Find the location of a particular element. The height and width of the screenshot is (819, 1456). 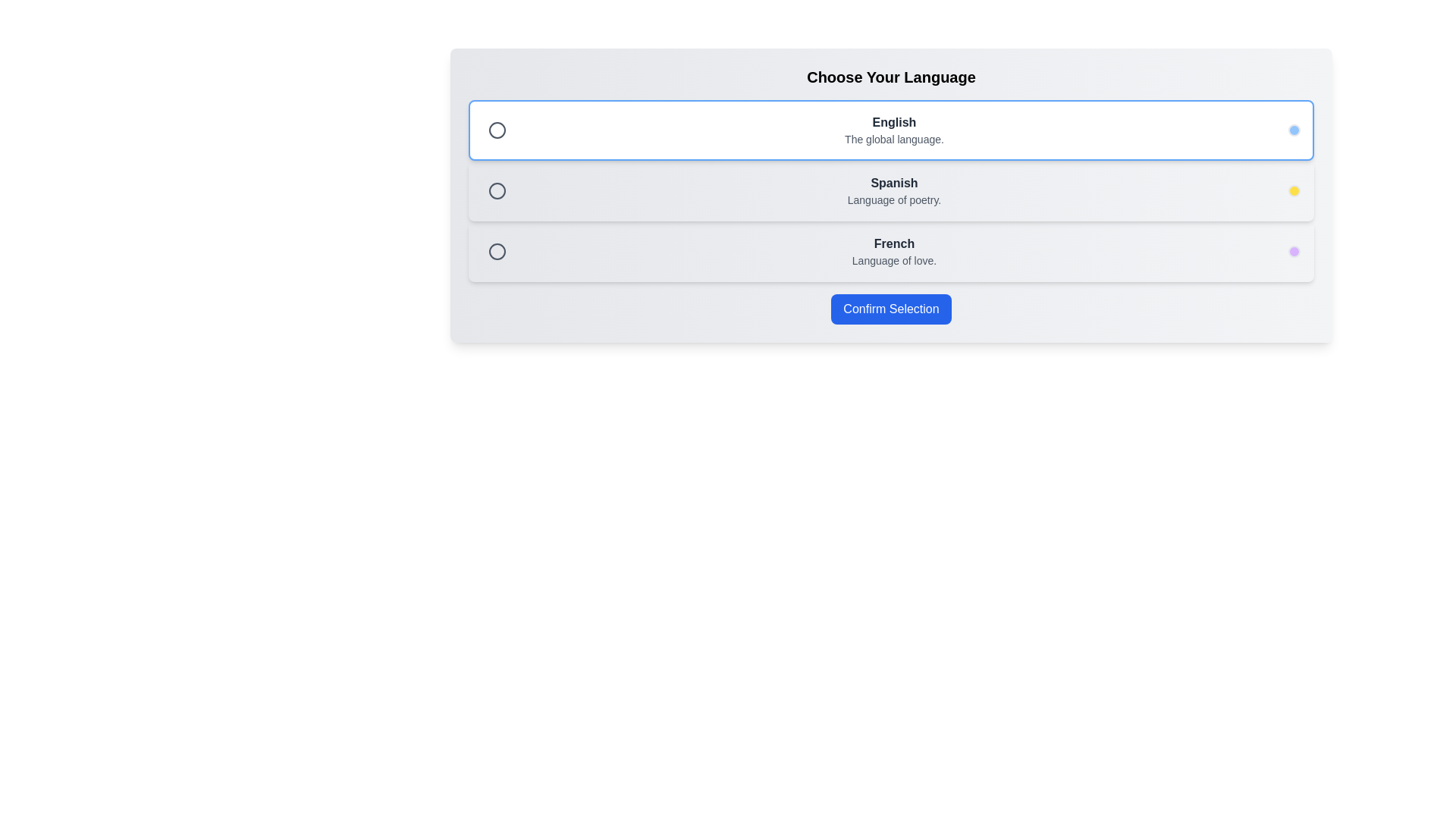

the graphic indicator located in the second row of language options, adjacent to the text 'SpanishLanguage of poetry.' is located at coordinates (1294, 190).